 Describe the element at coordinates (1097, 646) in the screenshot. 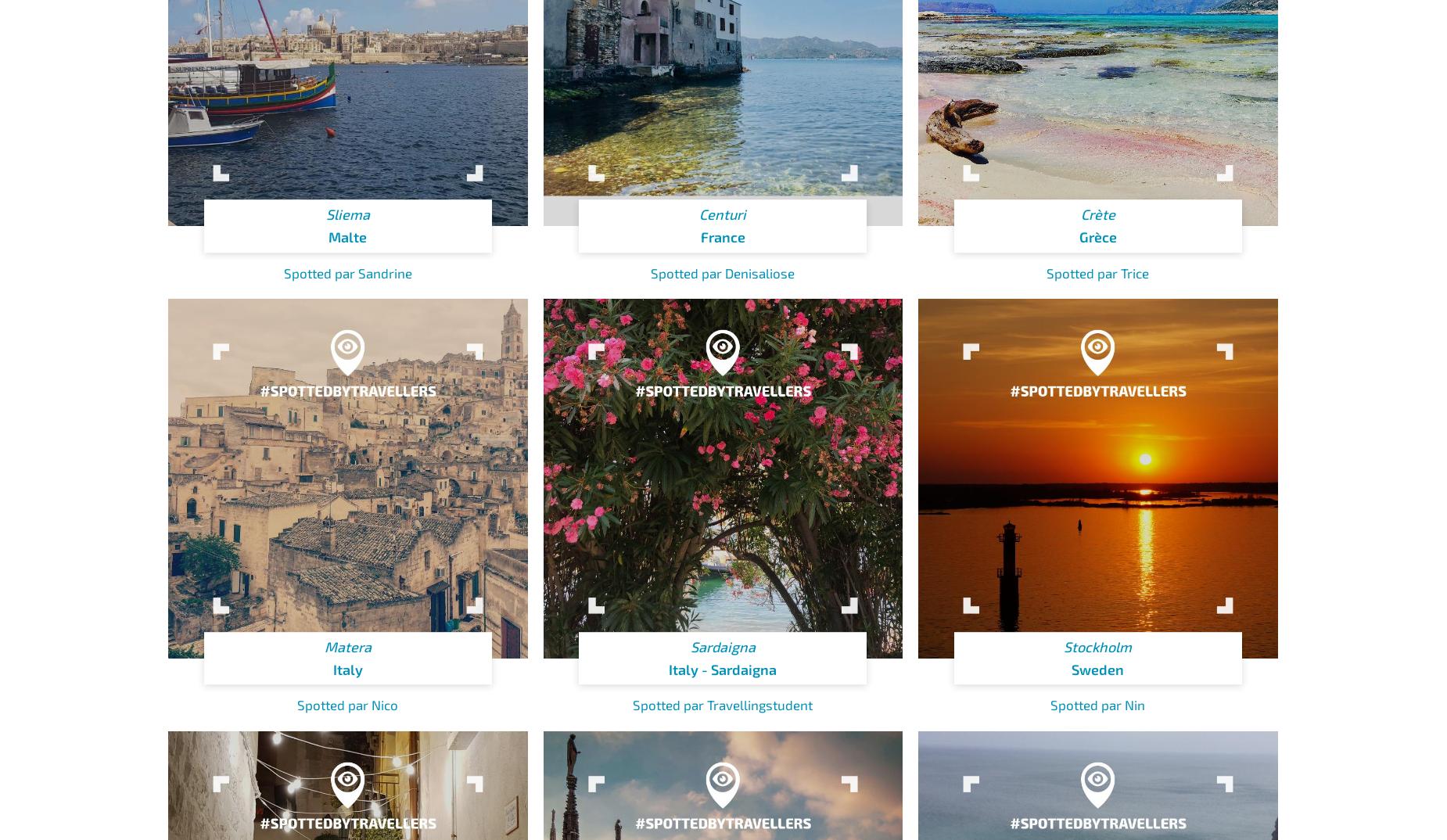

I see `'Stockholm'` at that location.